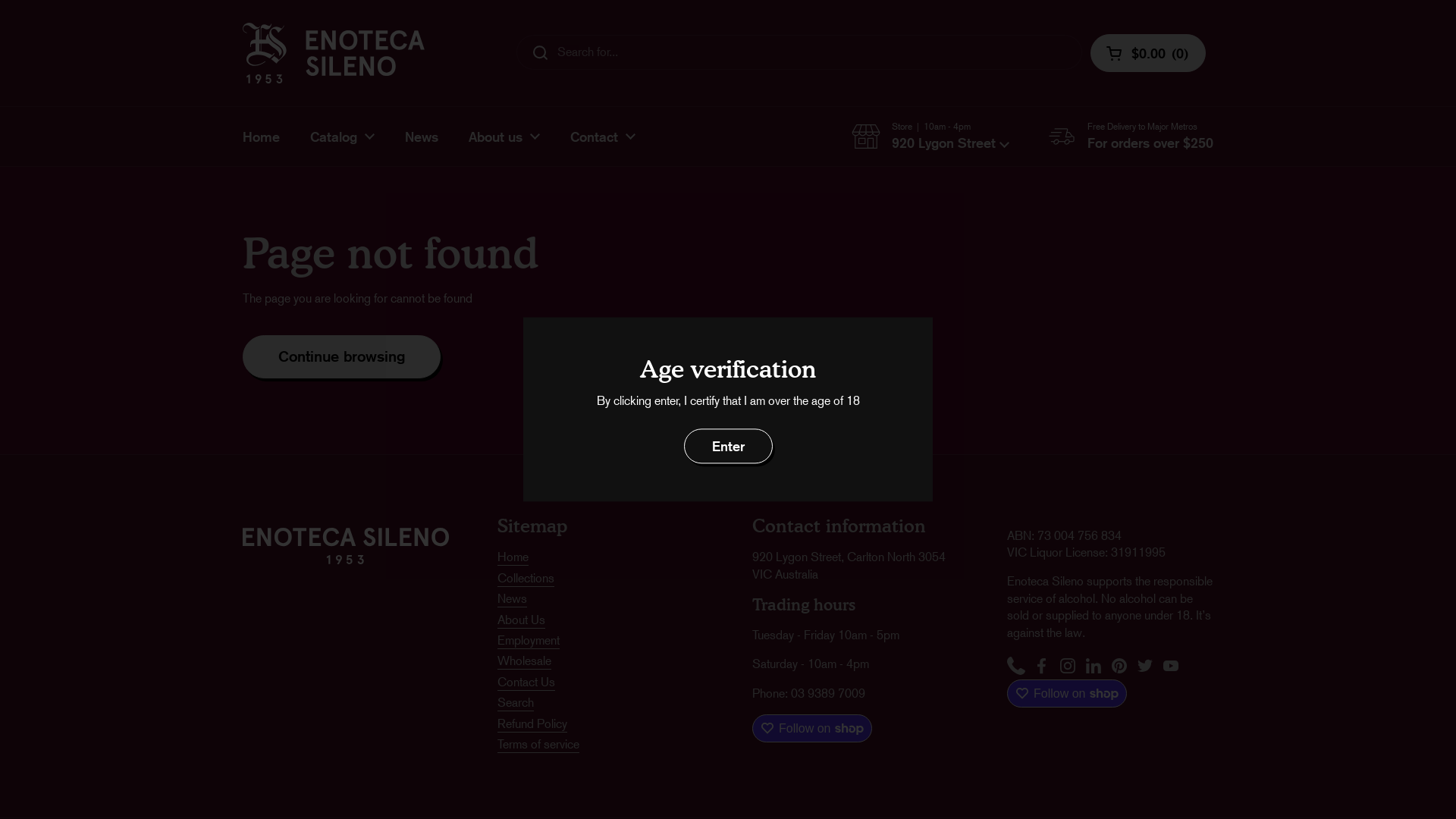  What do you see at coordinates (521, 620) in the screenshot?
I see `'About Us'` at bounding box center [521, 620].